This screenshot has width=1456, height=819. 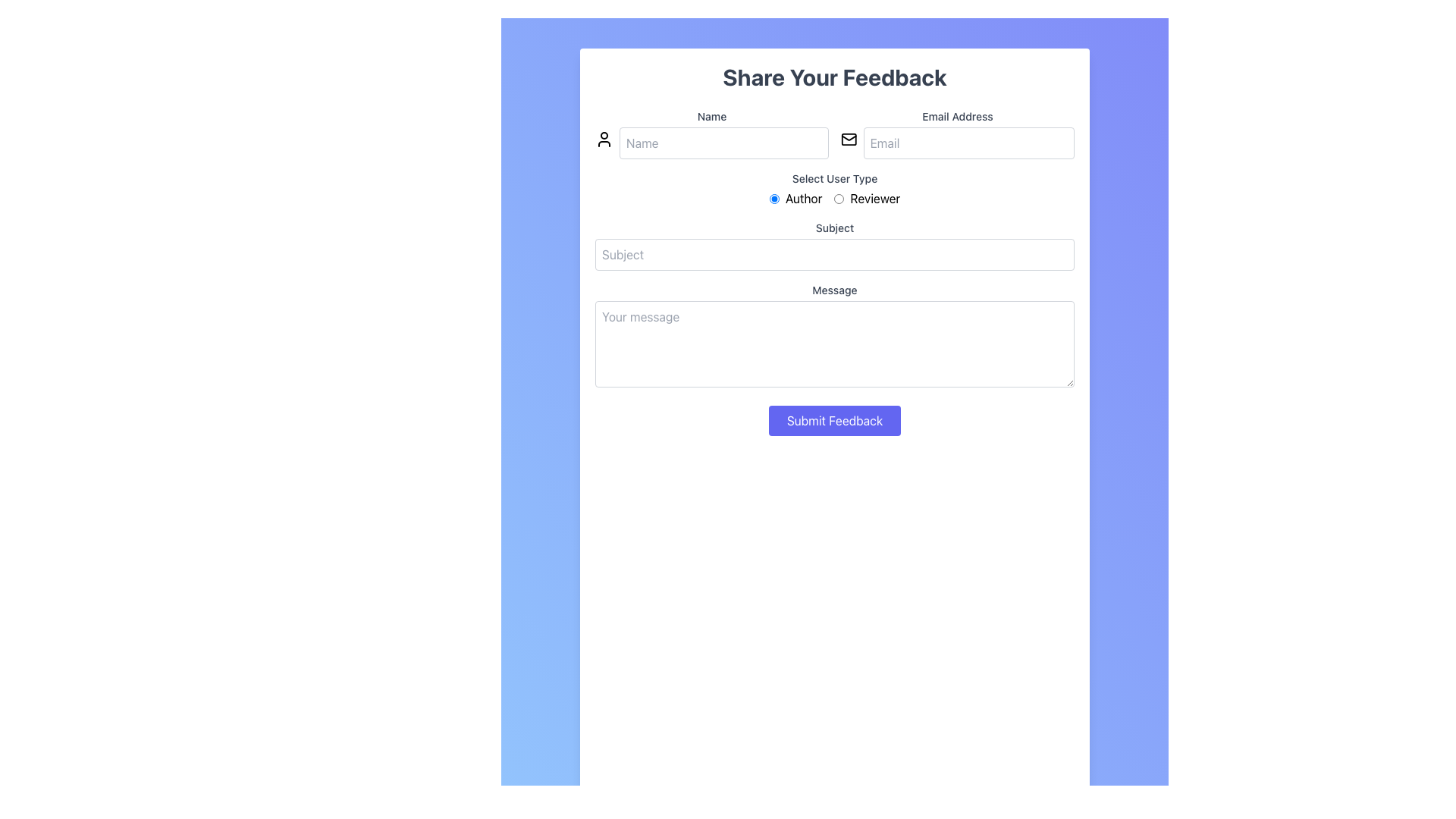 What do you see at coordinates (956, 133) in the screenshot?
I see `the email input field located to the right of the 'Name' input field in the upper-right section of the form` at bounding box center [956, 133].